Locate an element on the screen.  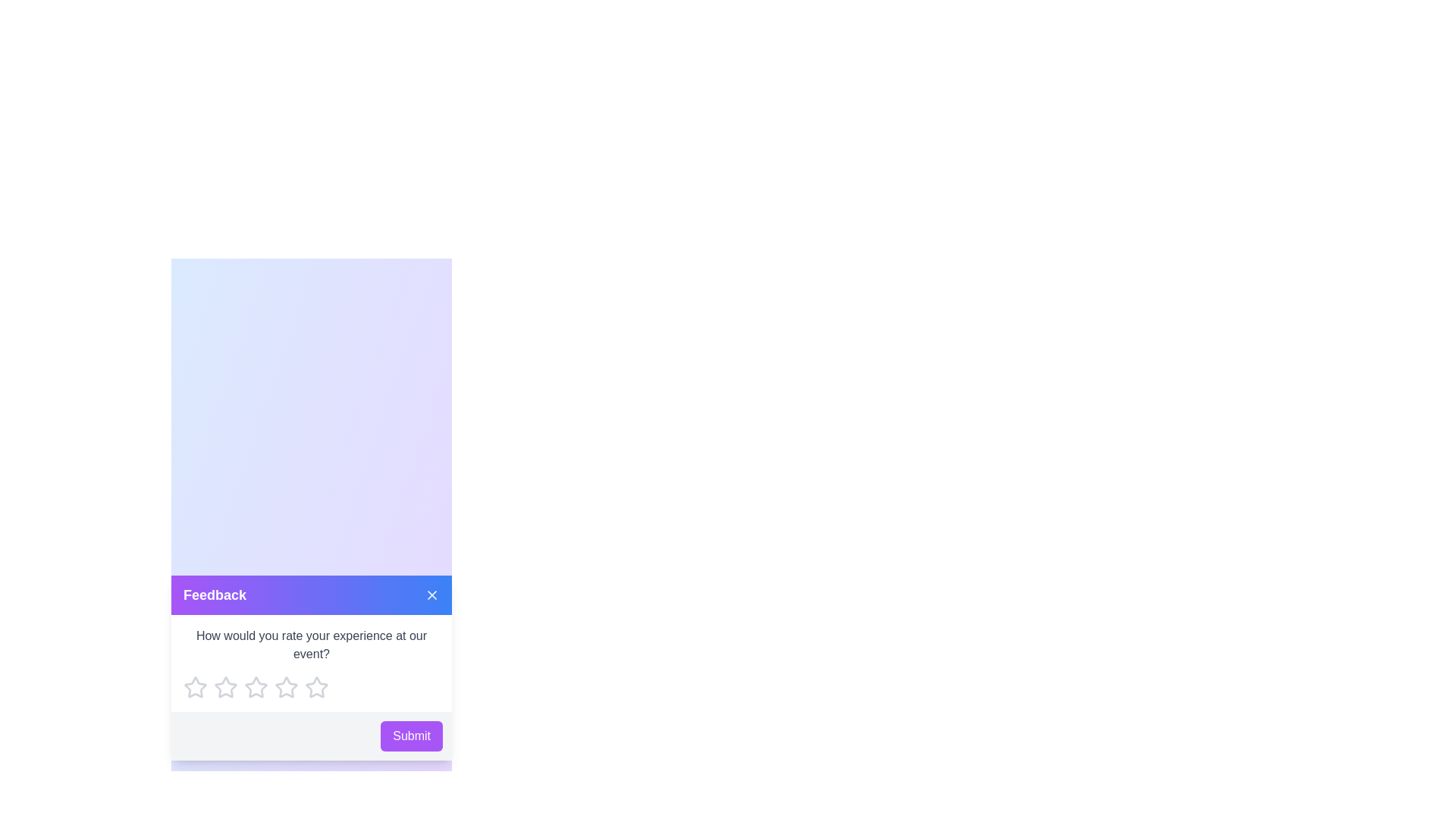
the second rating star in the feedback form is located at coordinates (256, 687).